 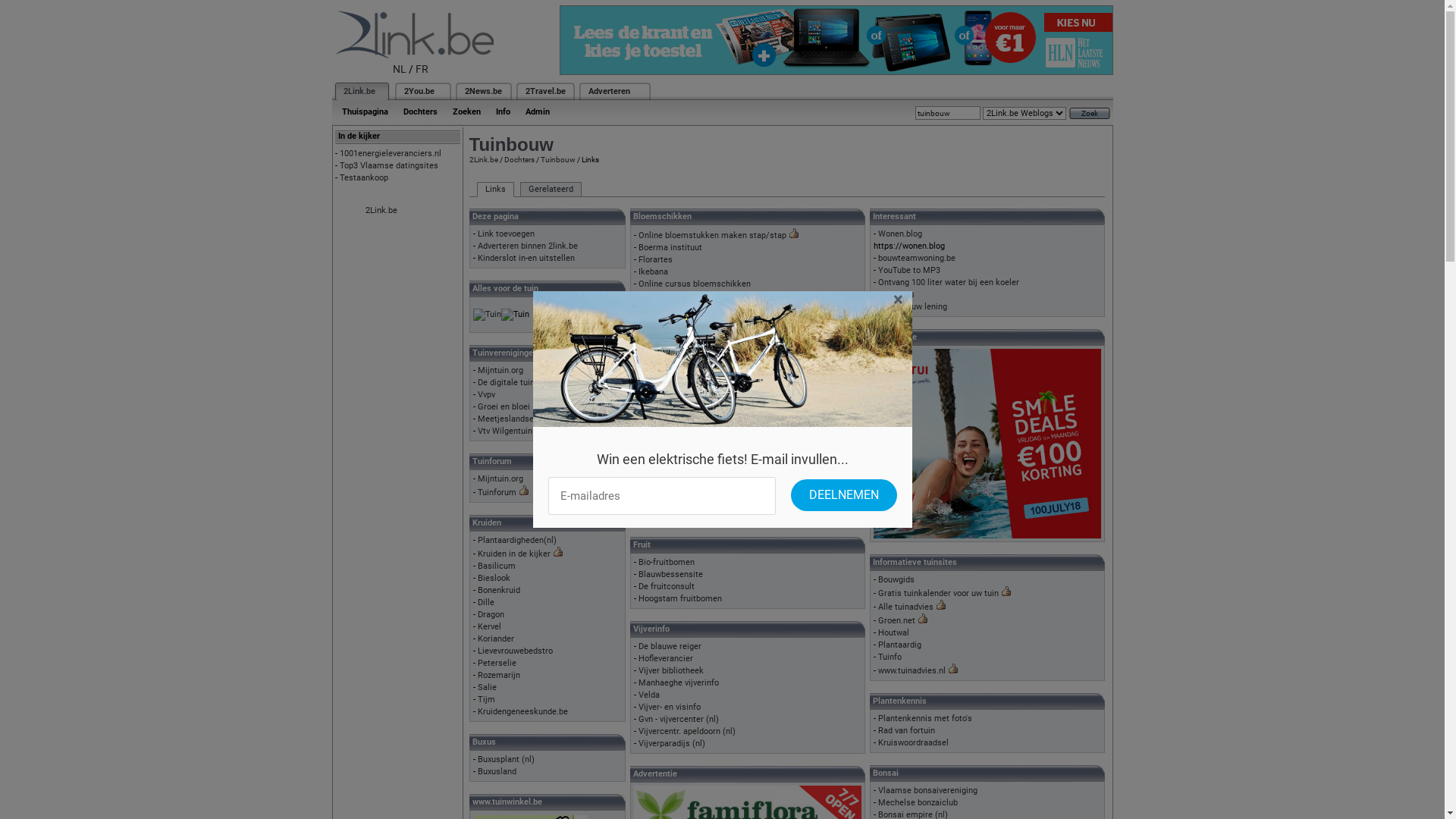 What do you see at coordinates (911, 670) in the screenshot?
I see `'www.tuinadvies.nl'` at bounding box center [911, 670].